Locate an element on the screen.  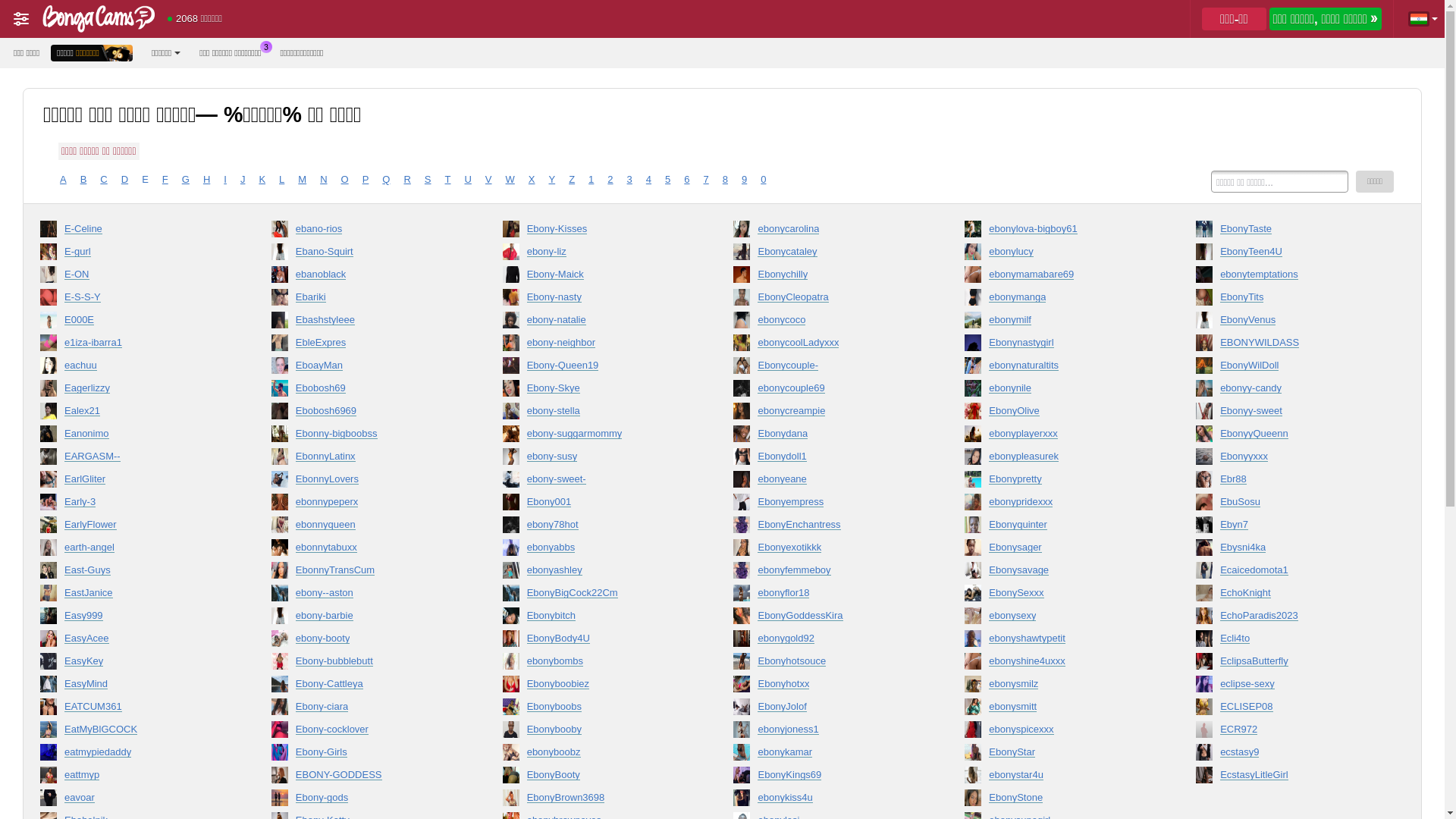
'ebonybombs' is located at coordinates (596, 663).